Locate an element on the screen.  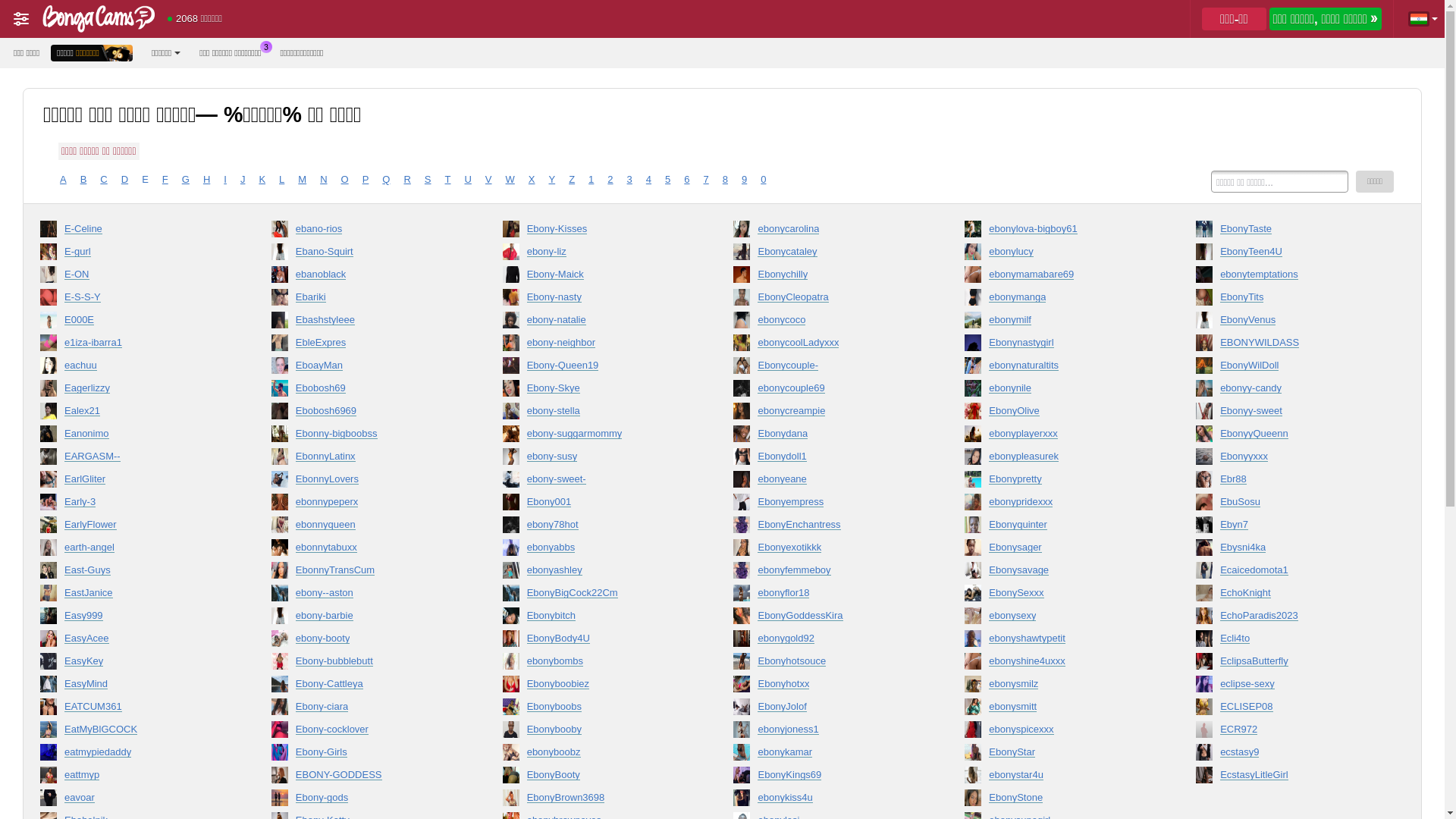
'ebonybombs' is located at coordinates (596, 663).